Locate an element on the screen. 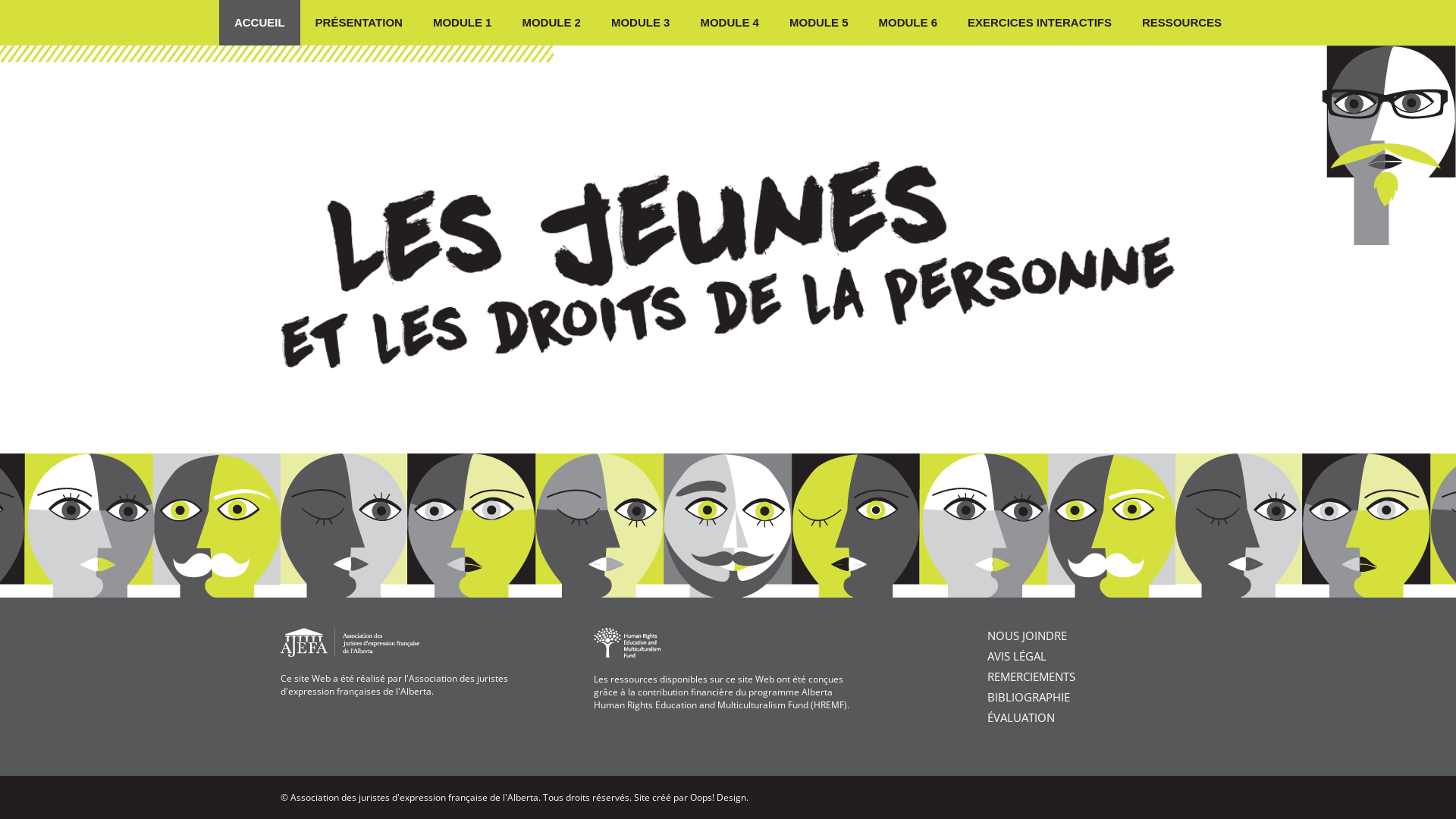 The width and height of the screenshot is (1456, 819). 'Oops! Design.' is located at coordinates (689, 796).